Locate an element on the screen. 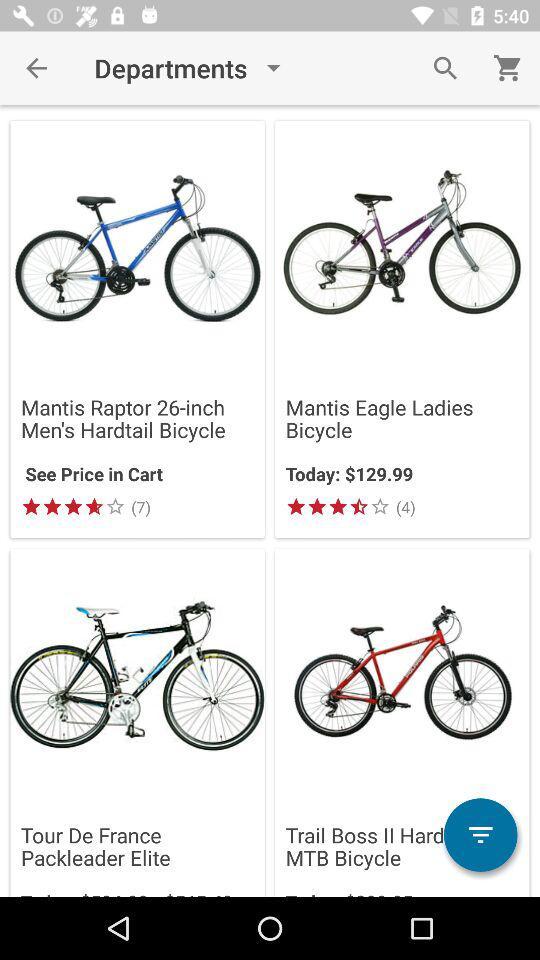 The height and width of the screenshot is (960, 540). the filter_list icon is located at coordinates (479, 835).